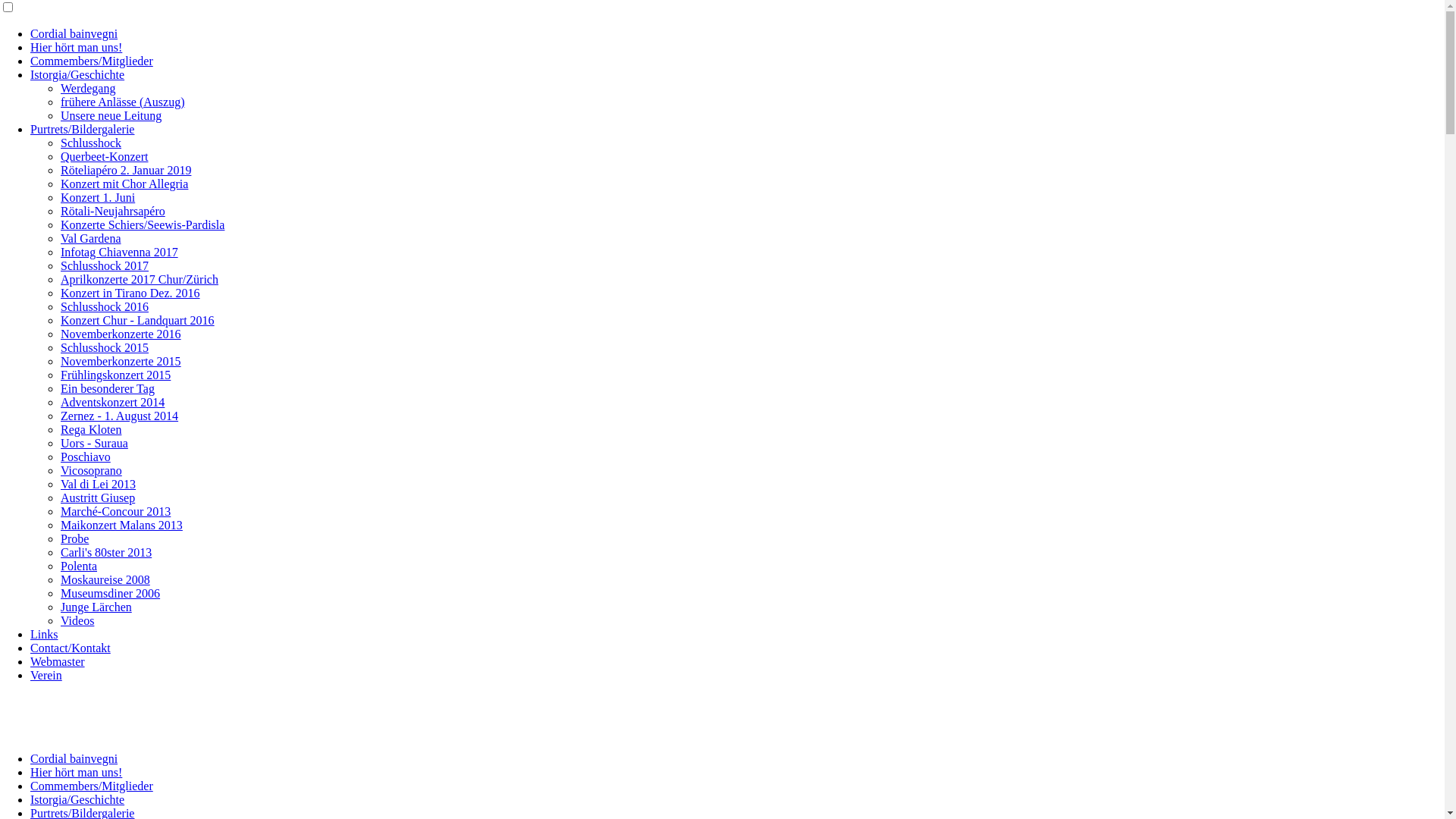 This screenshot has width=1456, height=819. Describe the element at coordinates (78, 566) in the screenshot. I see `'Polenta'` at that location.